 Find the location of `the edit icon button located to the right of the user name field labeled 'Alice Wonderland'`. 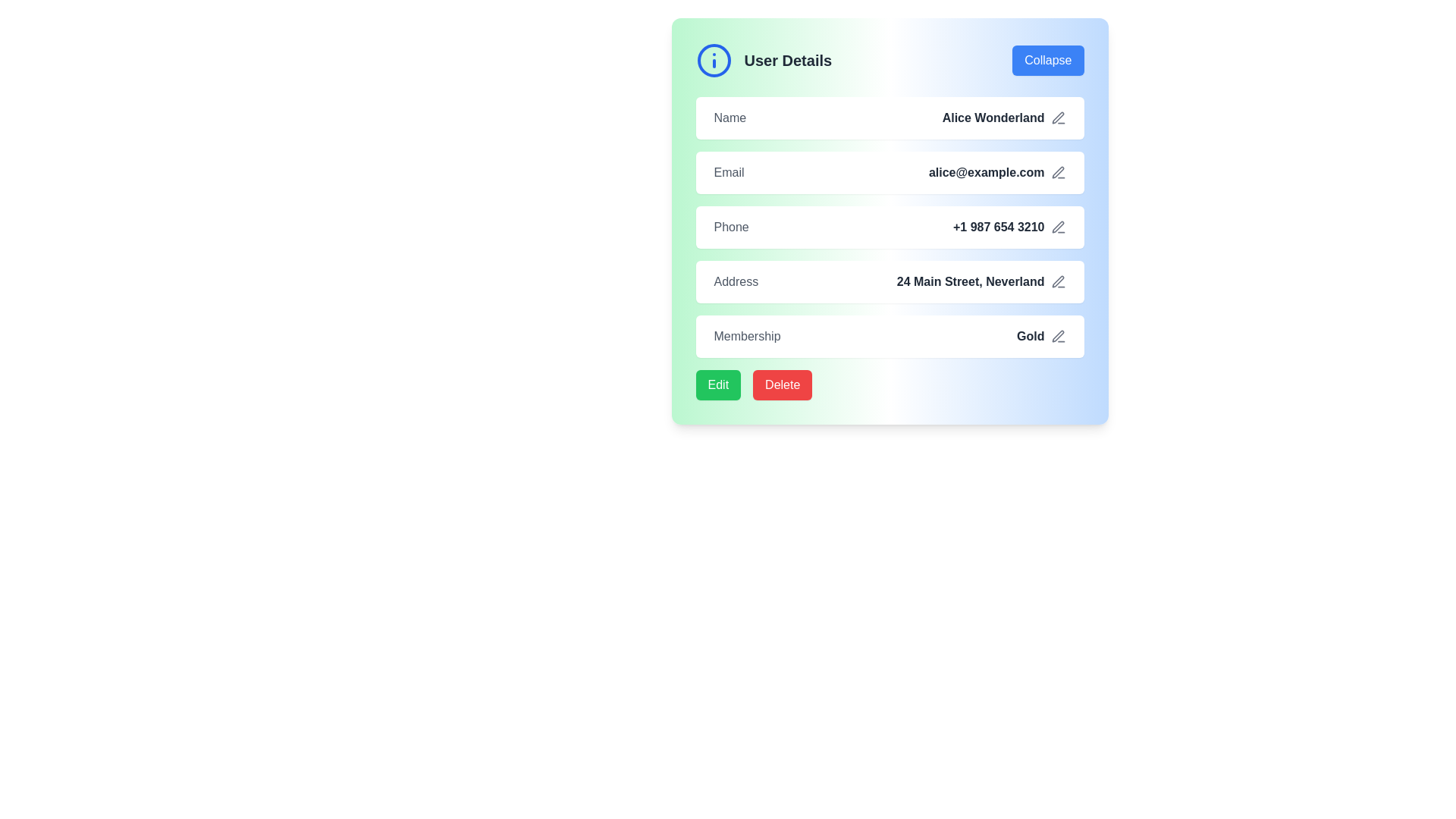

the edit icon button located to the right of the user name field labeled 'Alice Wonderland' is located at coordinates (1057, 116).